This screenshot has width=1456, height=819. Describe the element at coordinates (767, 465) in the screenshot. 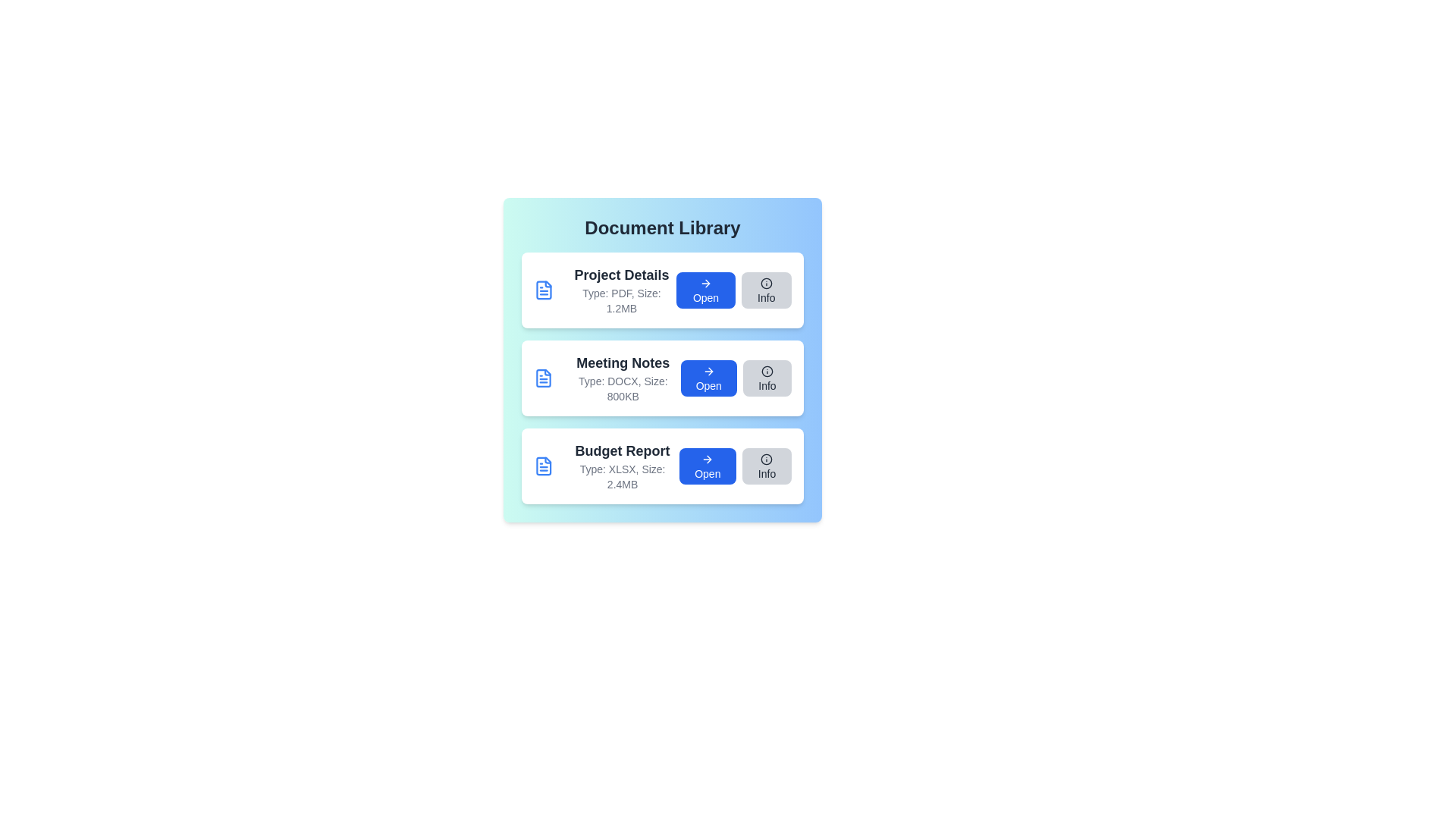

I see `the 'Info' button for the document titled 'Budget Report'` at that location.